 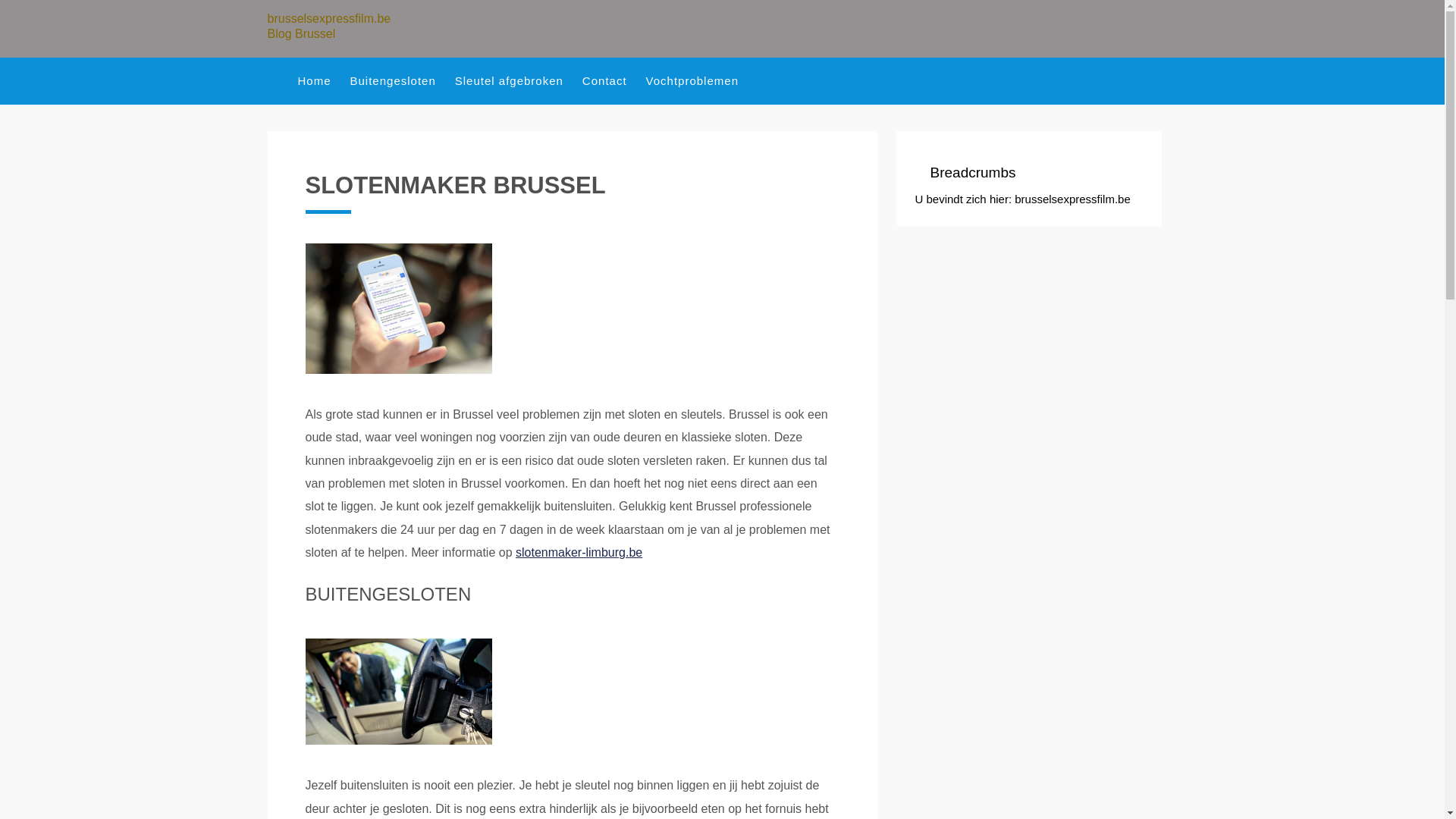 What do you see at coordinates (322, 80) in the screenshot?
I see `'Home'` at bounding box center [322, 80].